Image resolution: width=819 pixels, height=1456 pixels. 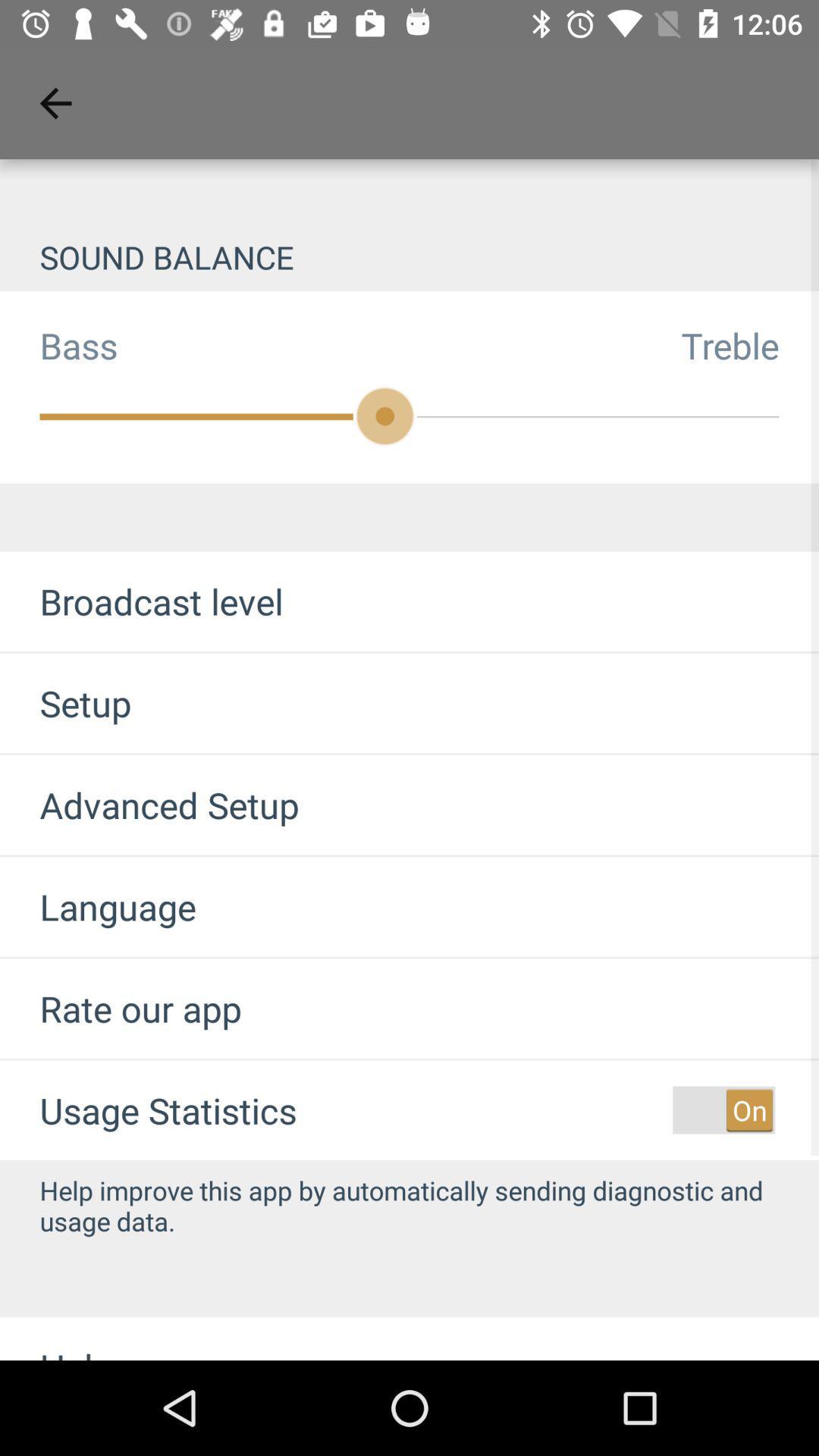 What do you see at coordinates (120, 1009) in the screenshot?
I see `the item below the language item` at bounding box center [120, 1009].